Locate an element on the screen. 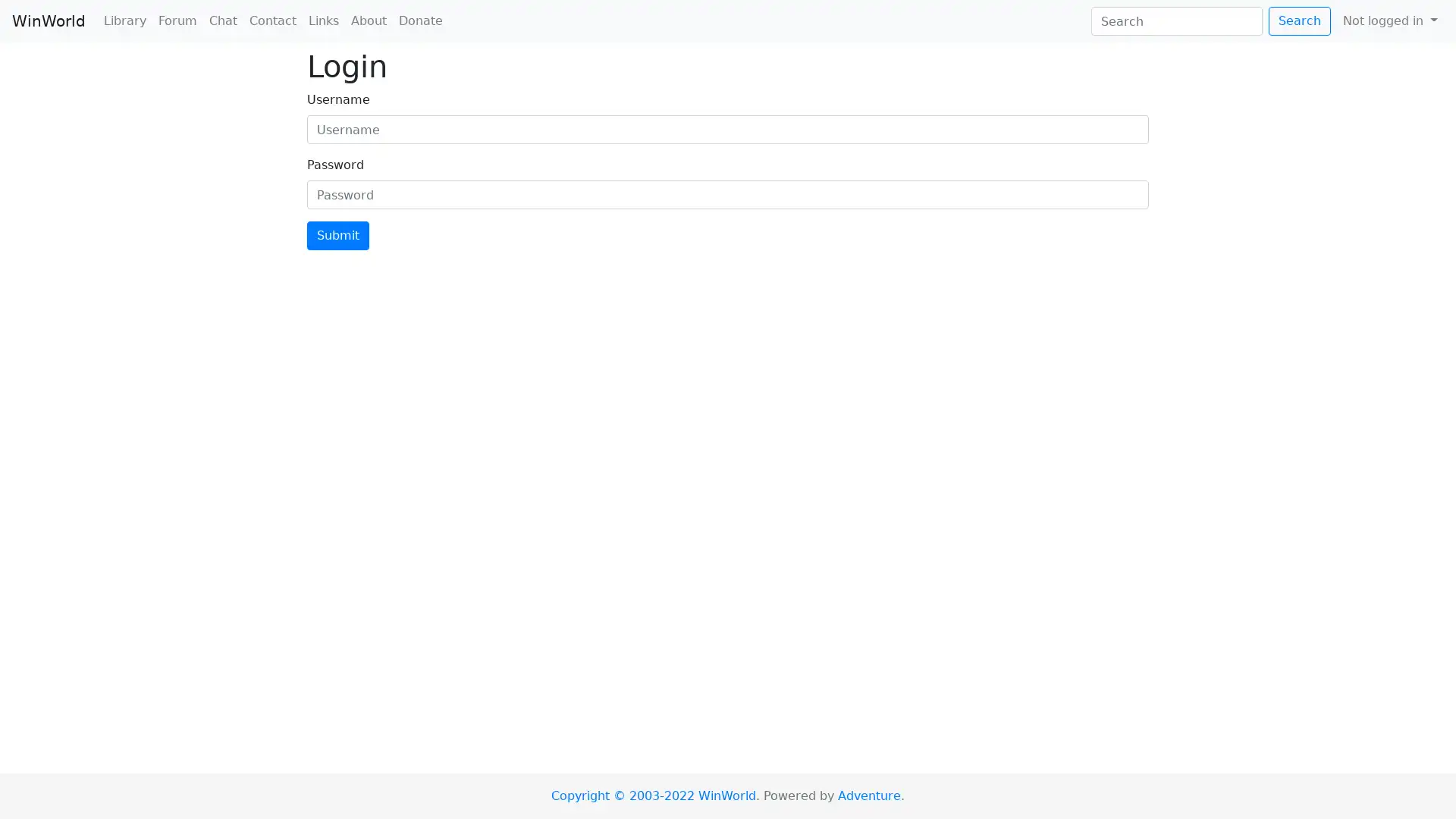 The image size is (1456, 819). Submit is located at coordinates (337, 236).